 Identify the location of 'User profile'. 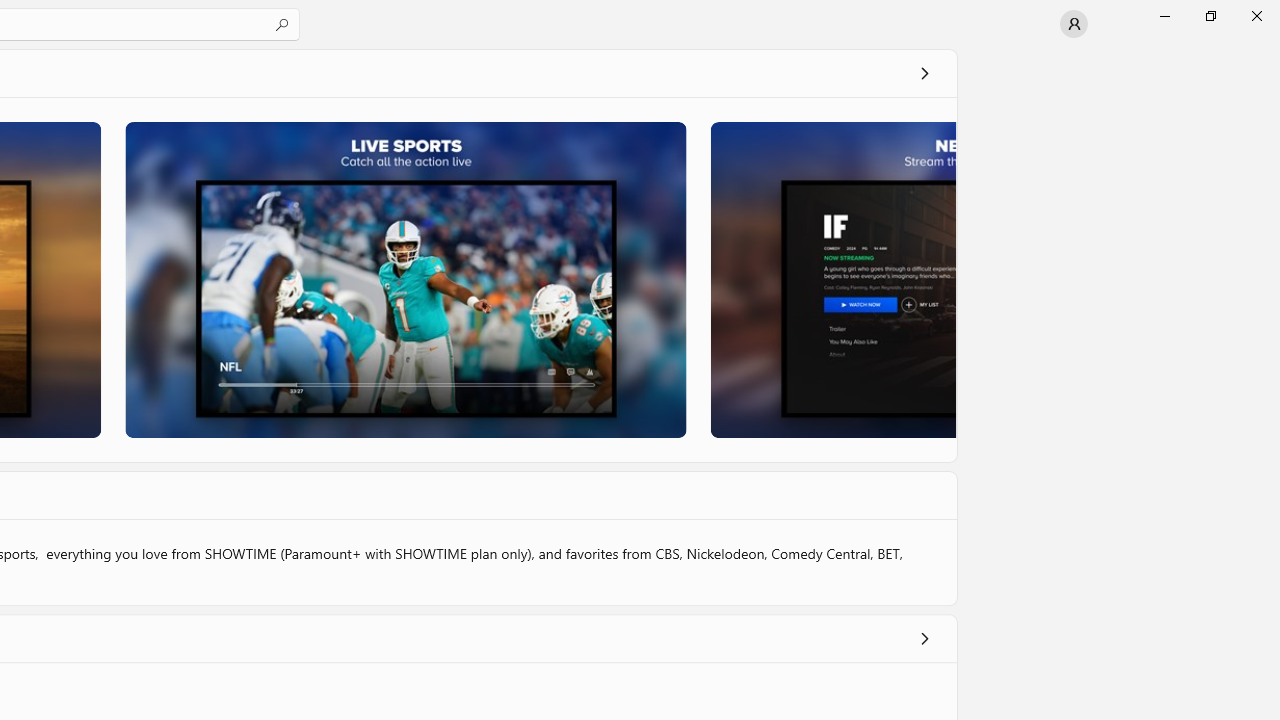
(1072, 24).